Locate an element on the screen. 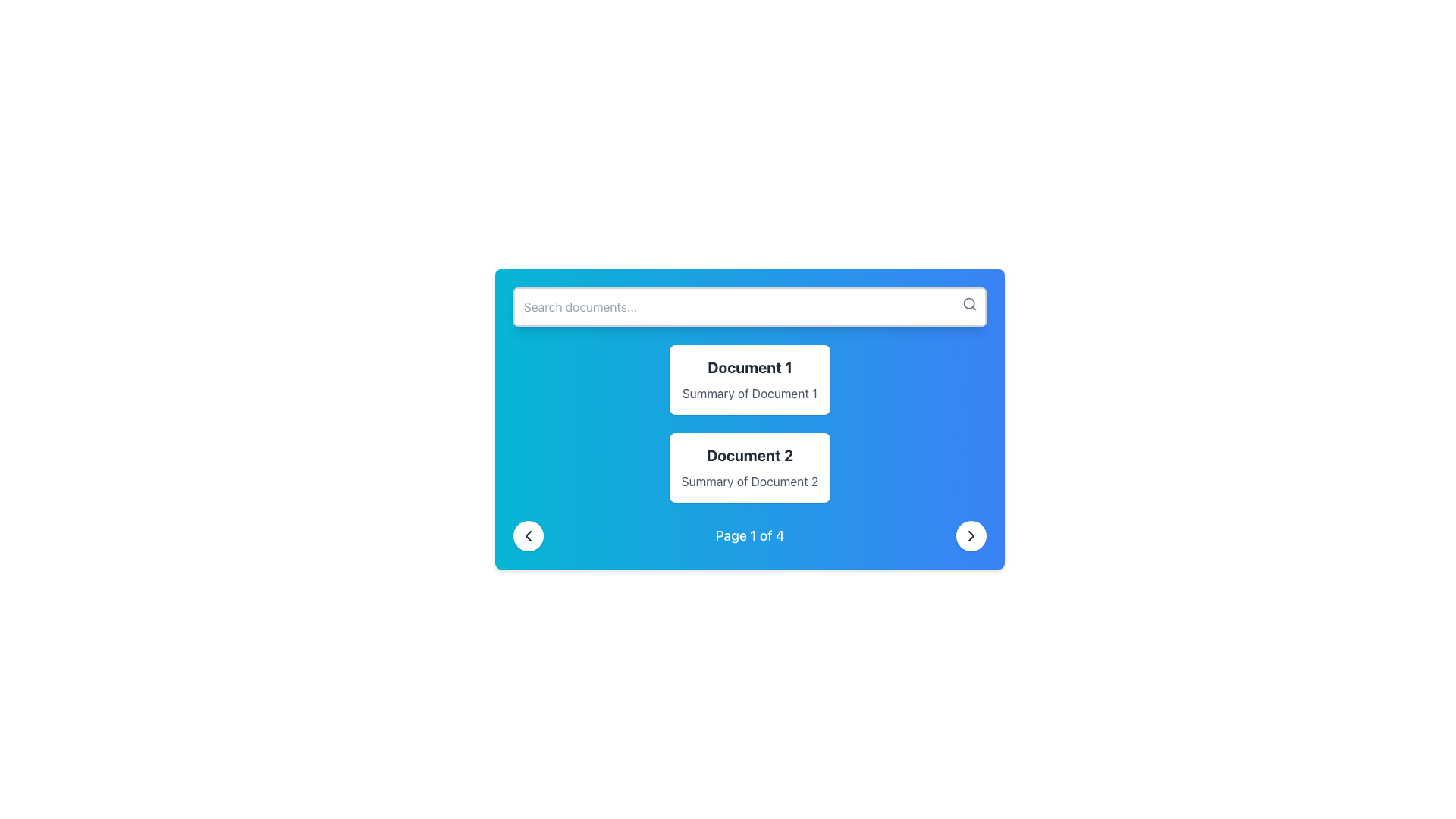 Image resolution: width=1456 pixels, height=819 pixels. the text element reading 'Summary of Document 2', which is styled in gray and located beneath the title 'Document 2' within a white card is located at coordinates (749, 482).